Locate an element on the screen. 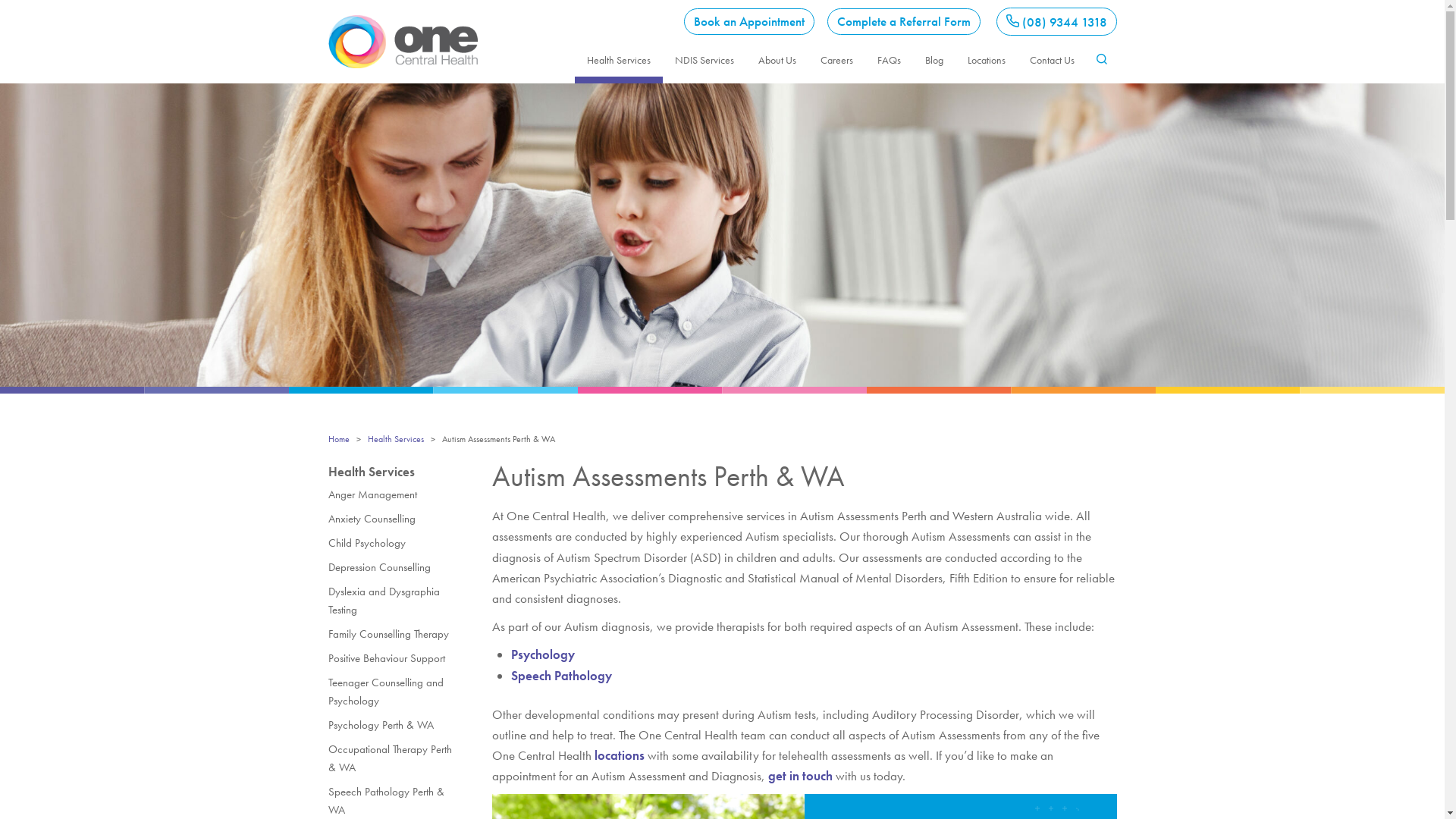 The width and height of the screenshot is (1456, 819). 'Book an Appointment' is located at coordinates (749, 21).